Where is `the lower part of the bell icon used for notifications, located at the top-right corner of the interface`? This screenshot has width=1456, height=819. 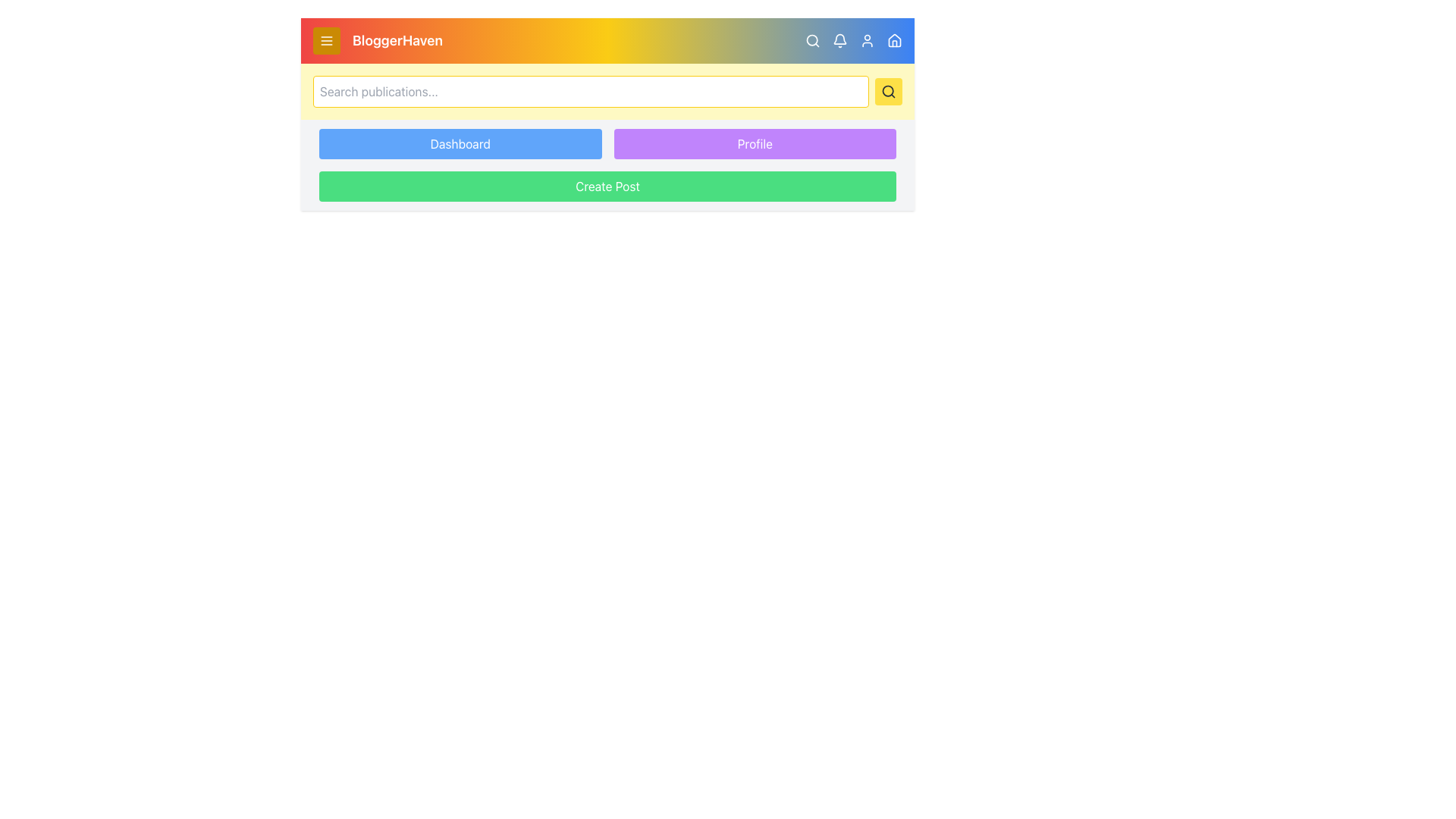
the lower part of the bell icon used for notifications, located at the top-right corner of the interface is located at coordinates (839, 38).